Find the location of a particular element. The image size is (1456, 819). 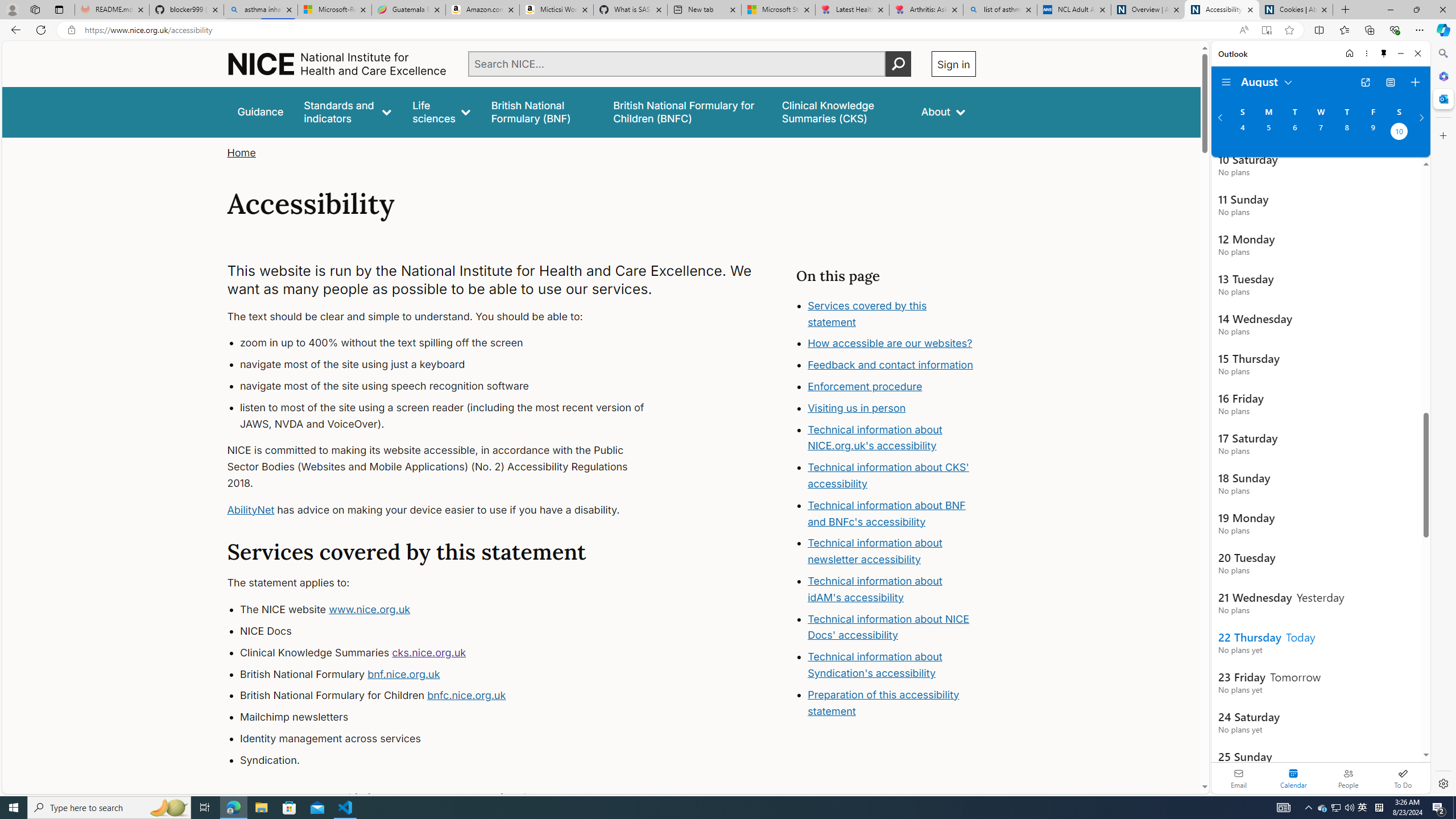

'About' is located at coordinates (942, 111).